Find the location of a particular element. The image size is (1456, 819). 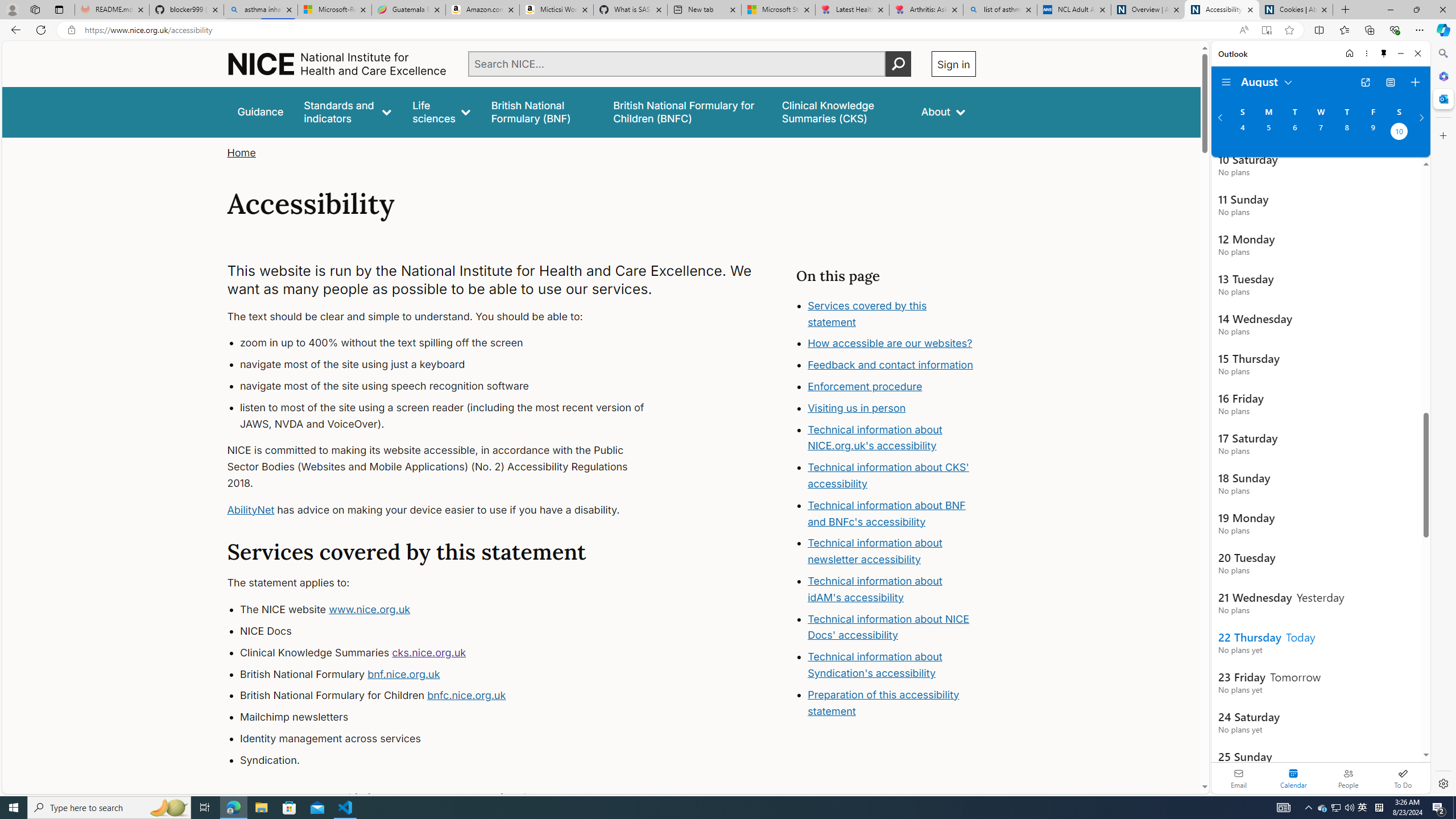

'About' is located at coordinates (942, 111).